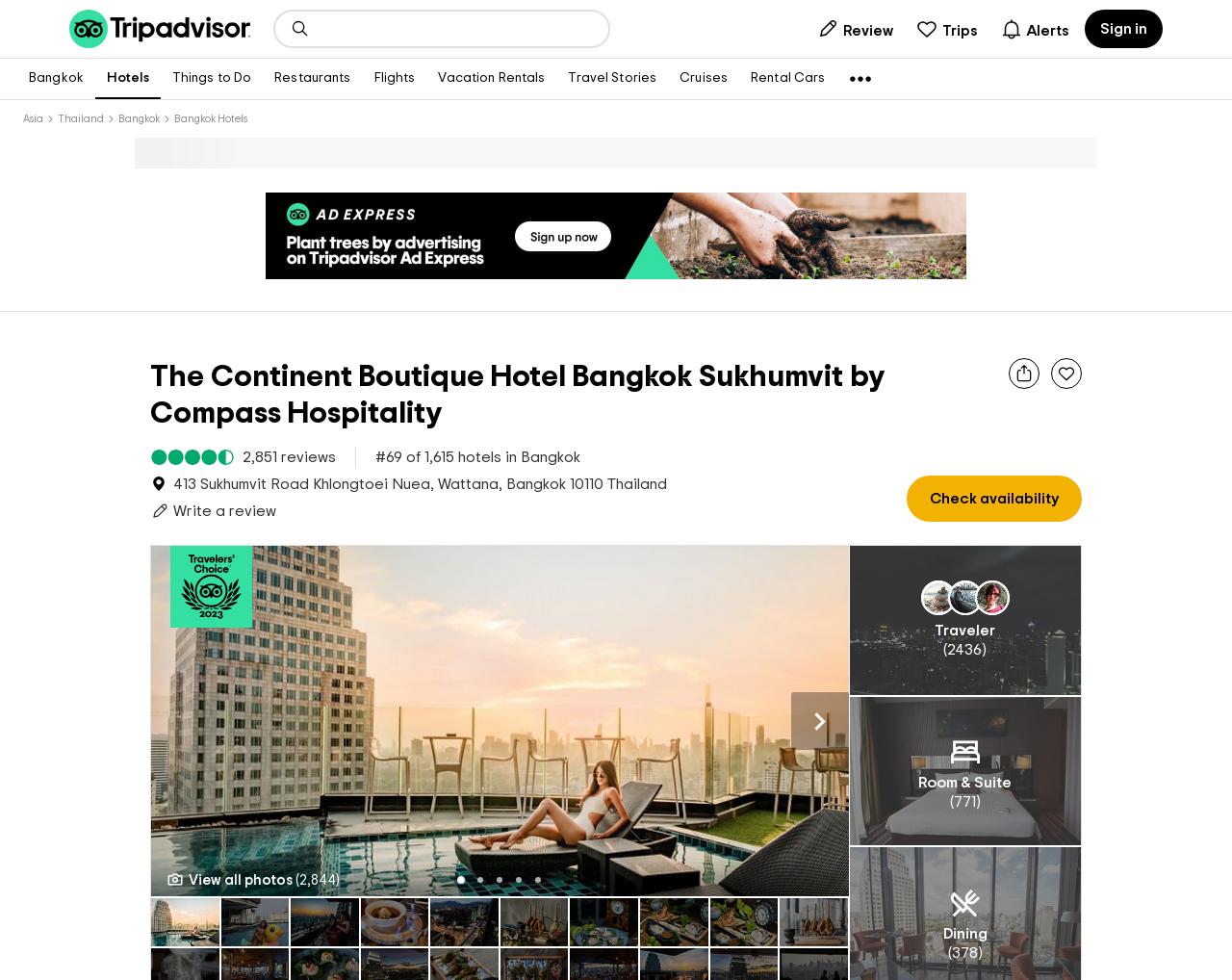  What do you see at coordinates (960, 29) in the screenshot?
I see `'Trips'` at bounding box center [960, 29].